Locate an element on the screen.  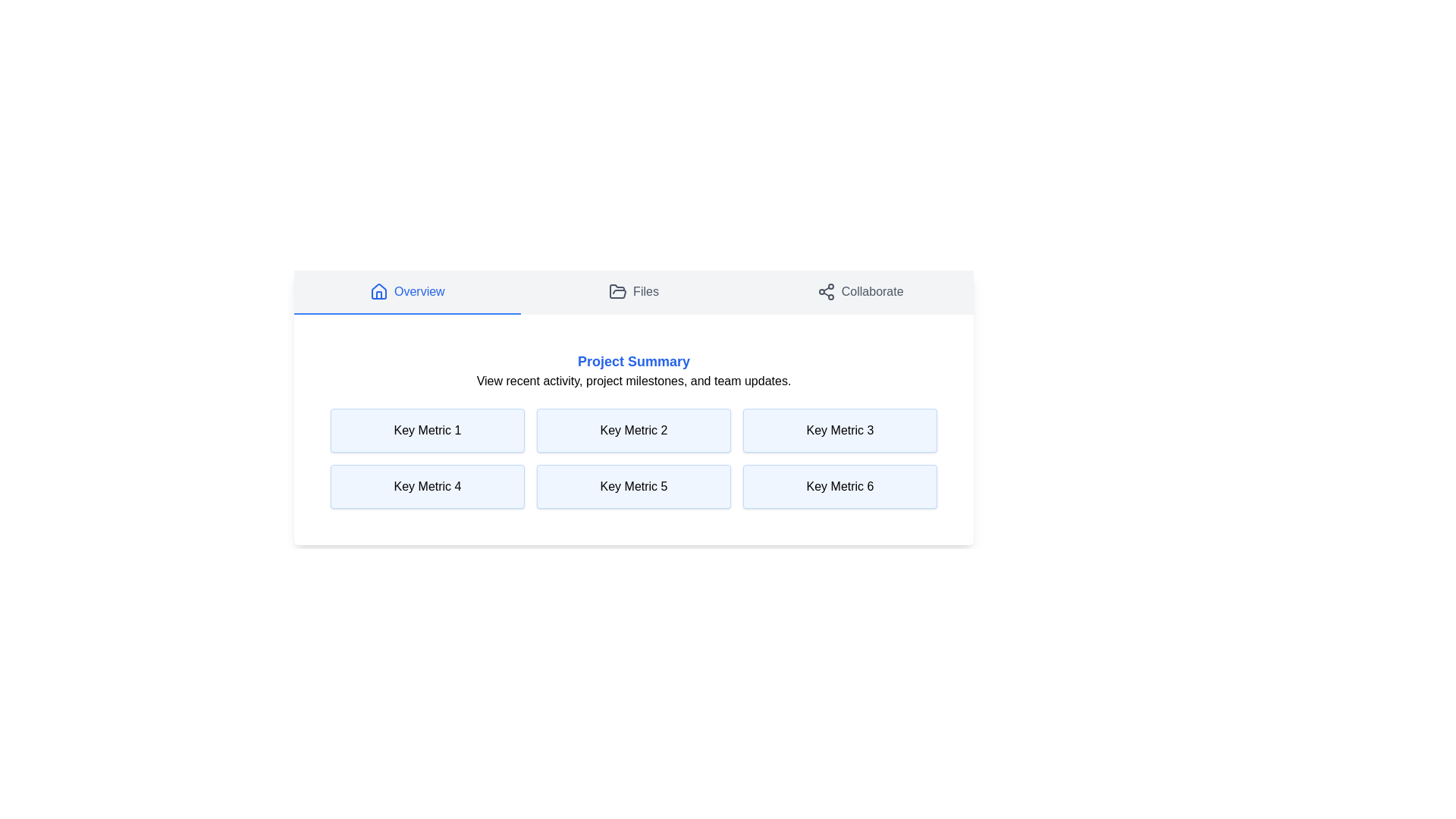
the second block from the left in the first row of the interactive card that displays 'Key Metric 2' is located at coordinates (633, 406).